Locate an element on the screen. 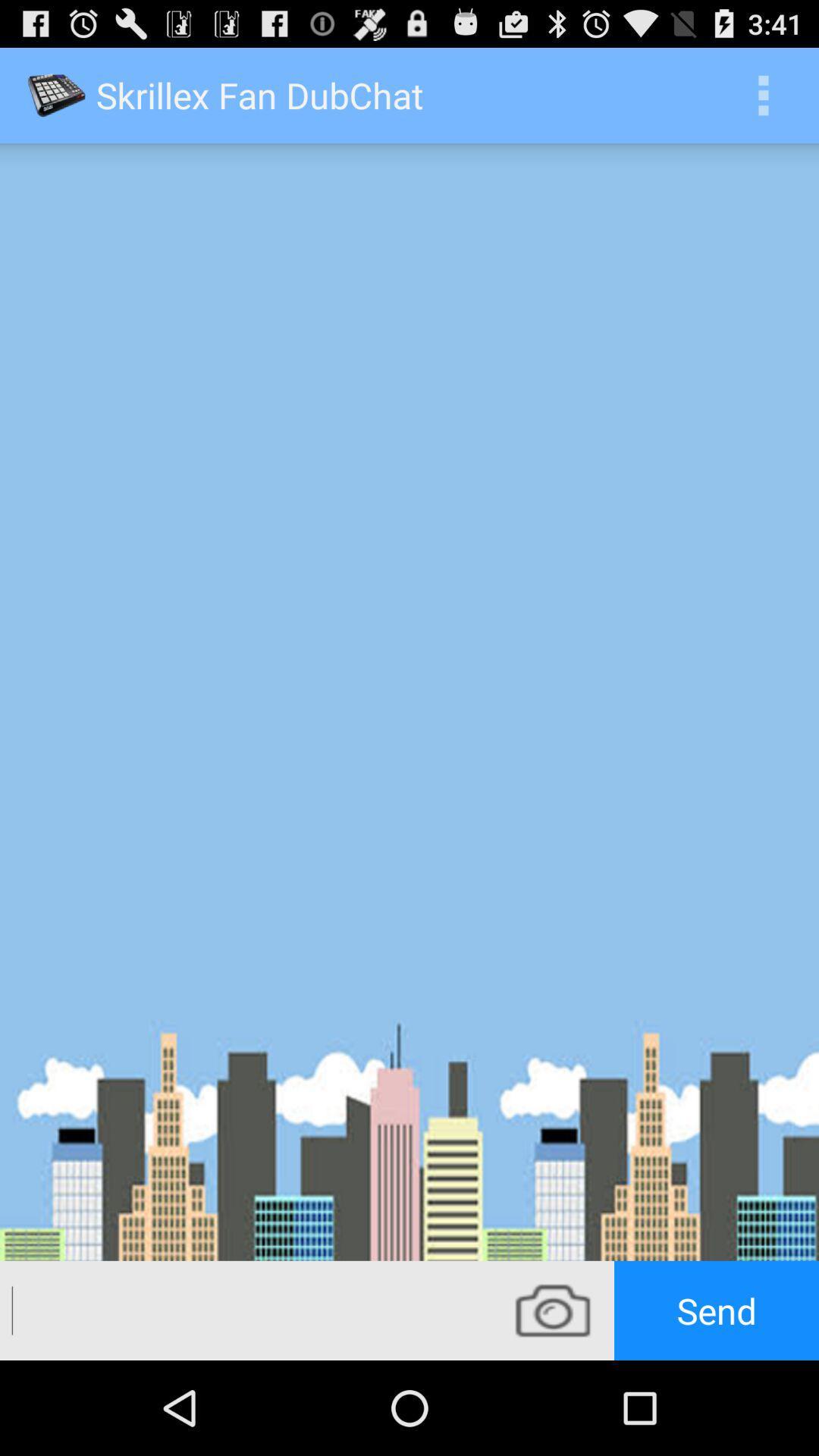  camera icon is located at coordinates (553, 1310).